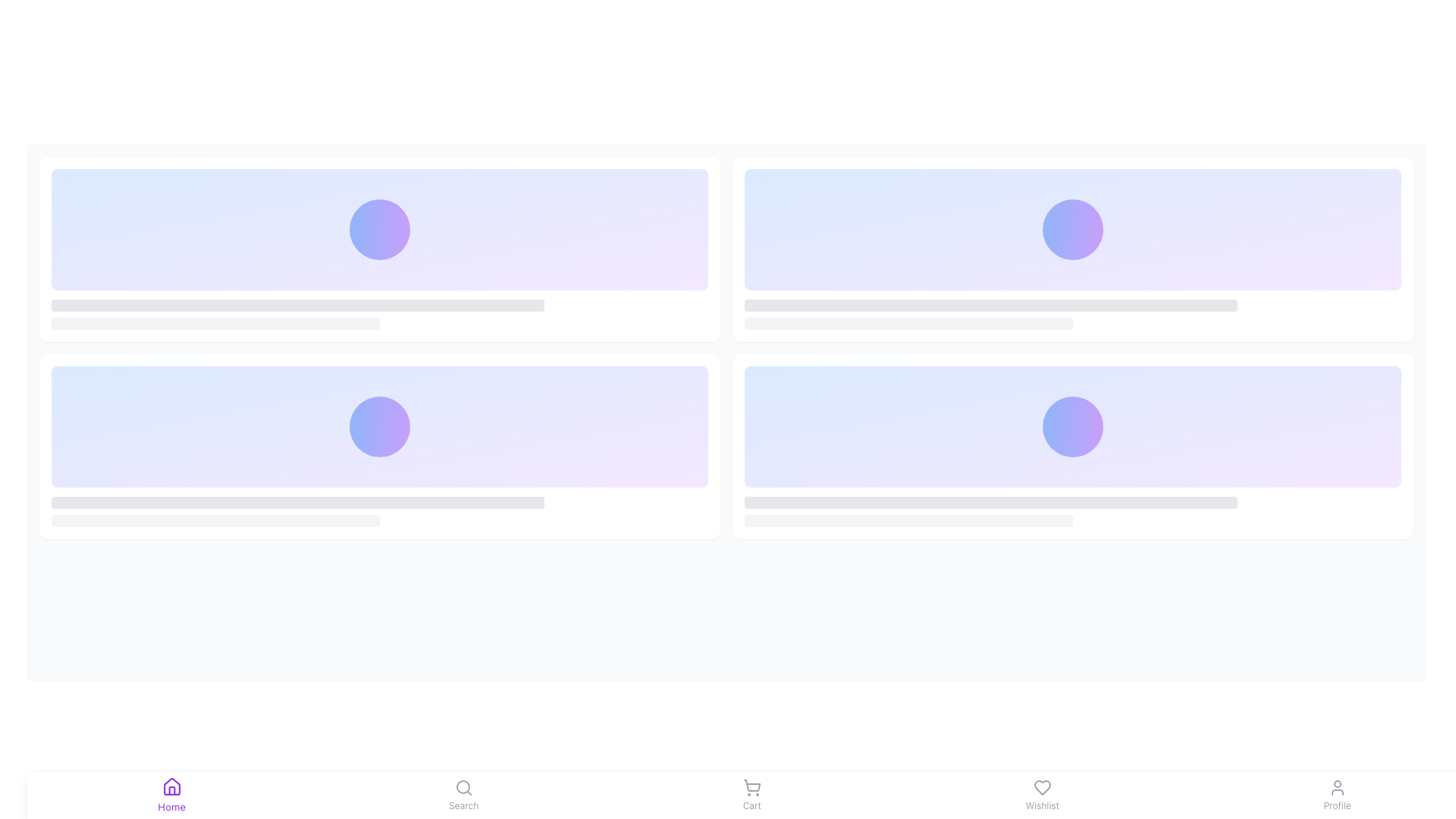 The height and width of the screenshot is (819, 1456). Describe the element at coordinates (752, 785) in the screenshot. I see `the shopping cart icon located in the bottom navigation bar, which is the third icon from the left` at that location.